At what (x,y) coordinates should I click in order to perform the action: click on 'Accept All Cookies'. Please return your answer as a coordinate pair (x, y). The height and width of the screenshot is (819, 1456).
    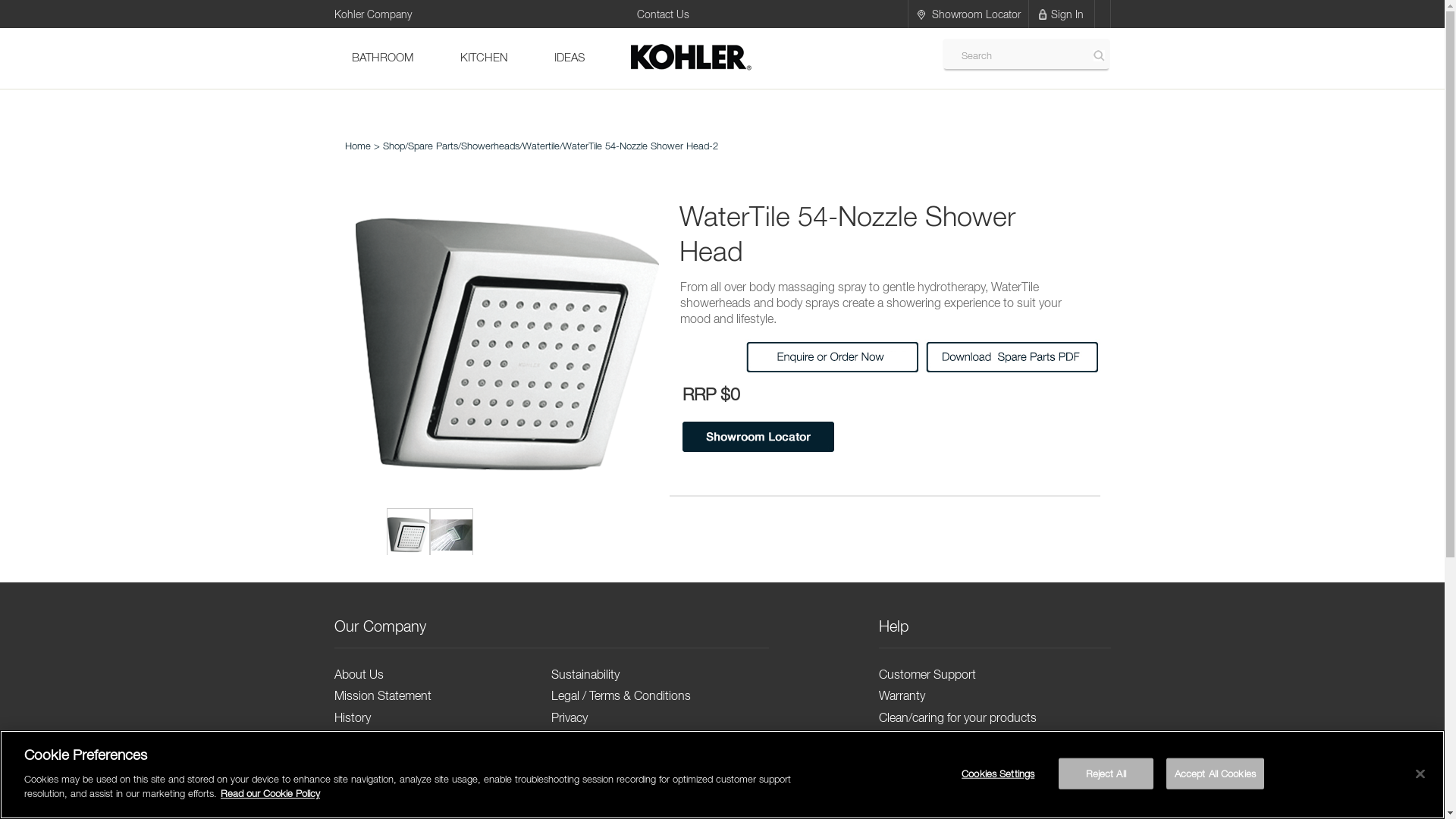
    Looking at the image, I should click on (1215, 773).